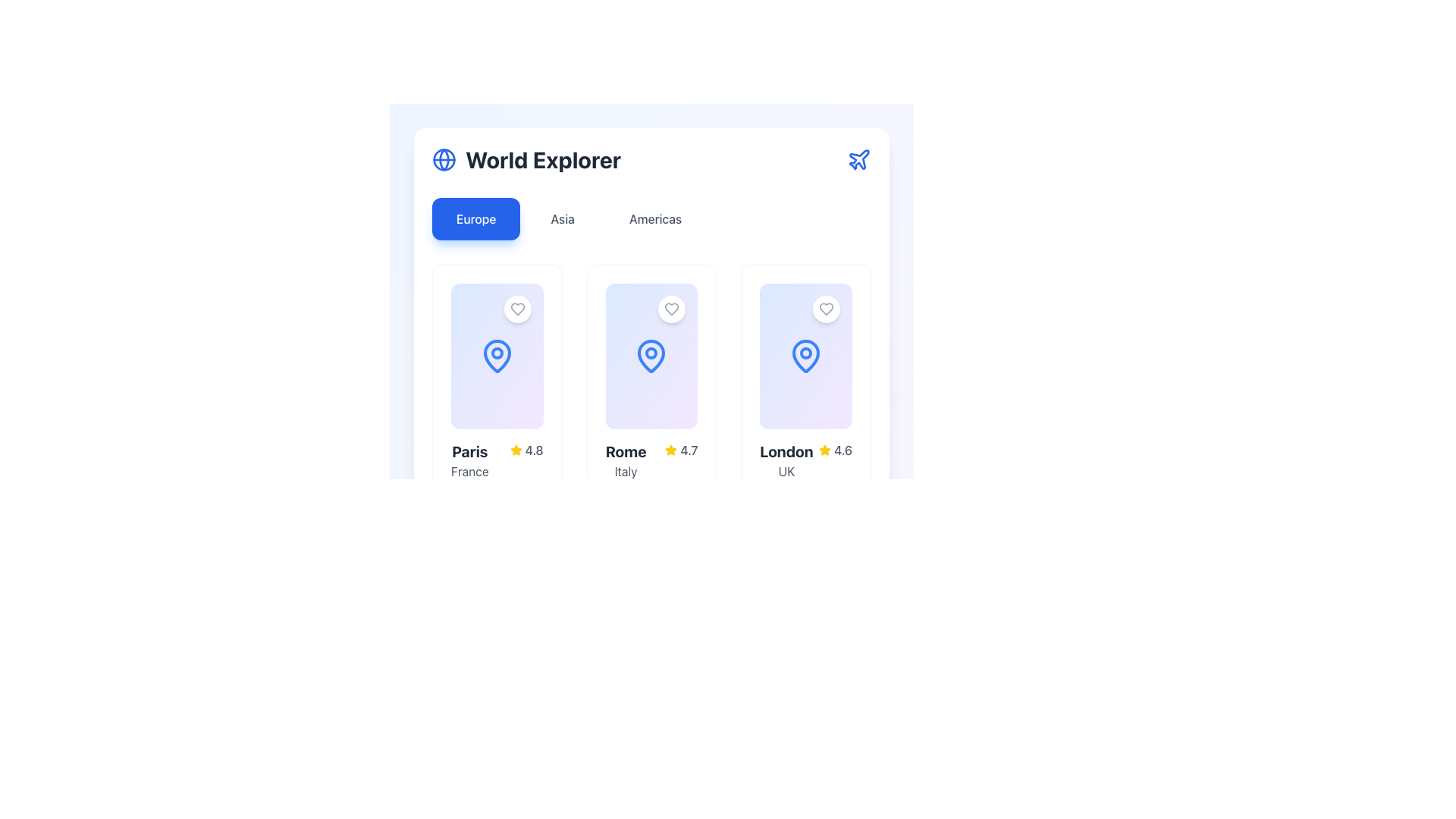  What do you see at coordinates (562, 219) in the screenshot?
I see `the 'Asia' button in the navigation bar` at bounding box center [562, 219].